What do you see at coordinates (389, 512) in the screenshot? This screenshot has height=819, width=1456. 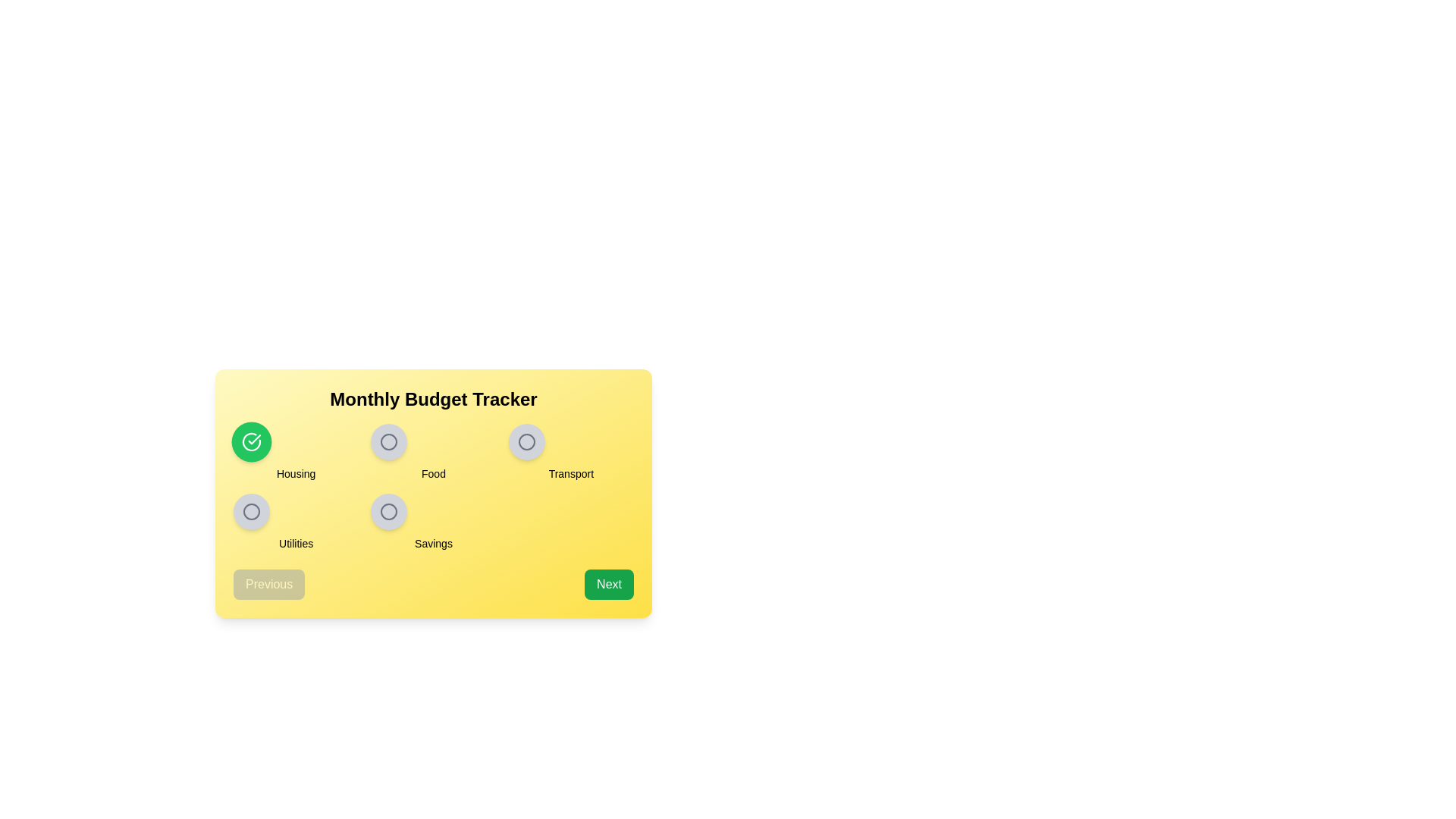 I see `the radio button associated with the 'Savings' option for visual feedback` at bounding box center [389, 512].